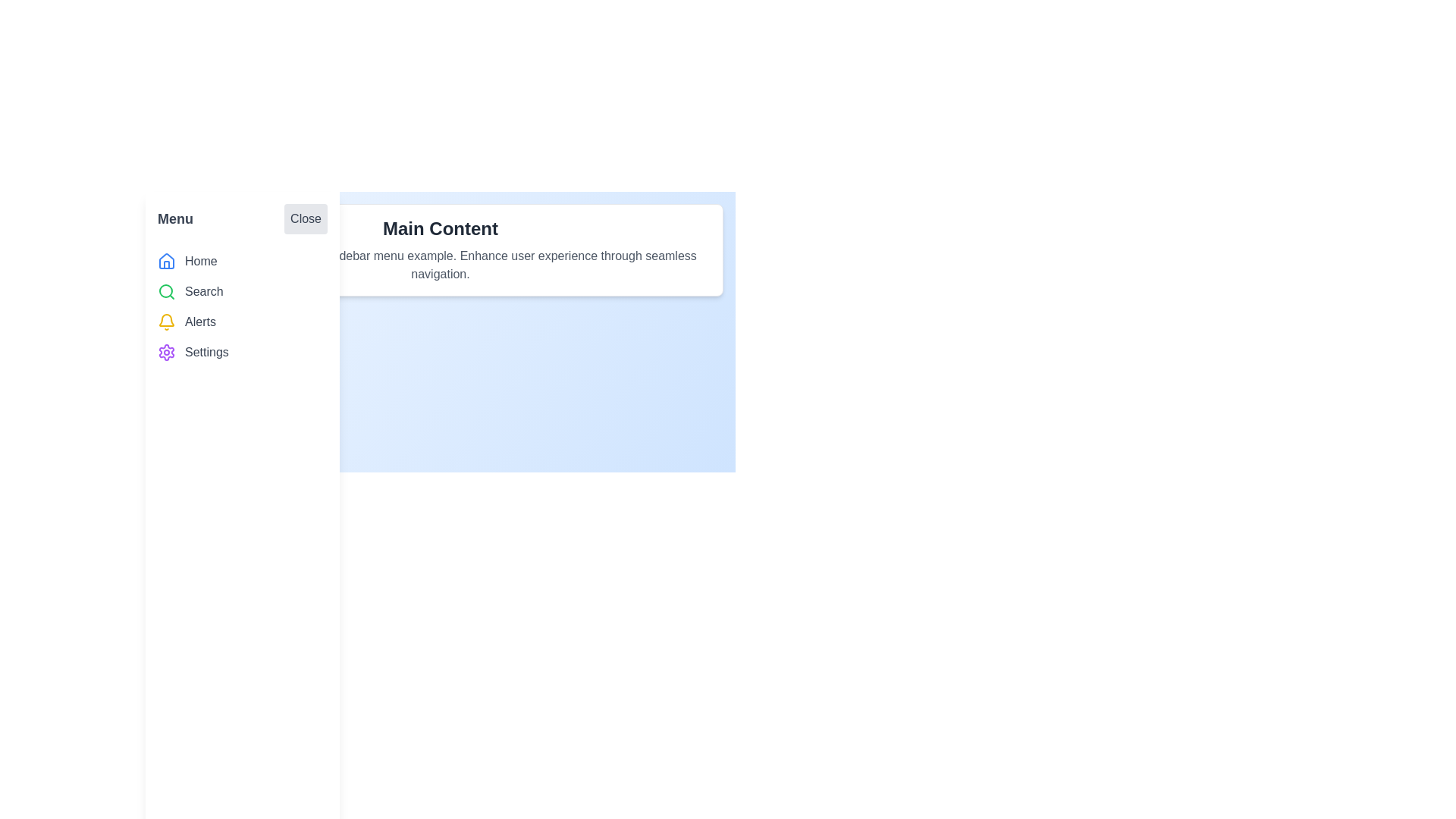 Image resolution: width=1456 pixels, height=819 pixels. I want to click on the first Navigation link in the left sidebar, so click(243, 260).